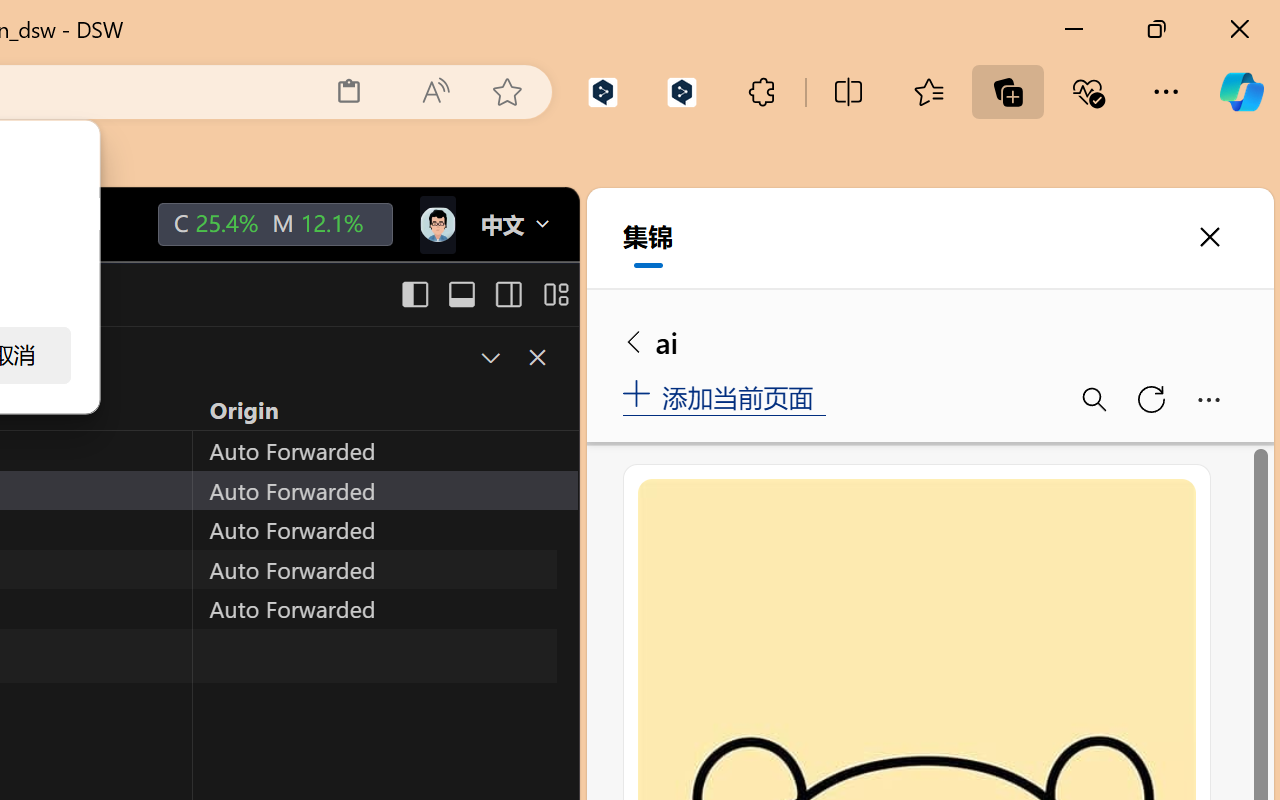 The height and width of the screenshot is (800, 1280). I want to click on 'Toggle Secondary Side Bar (Ctrl+Alt+B)', so click(506, 294).